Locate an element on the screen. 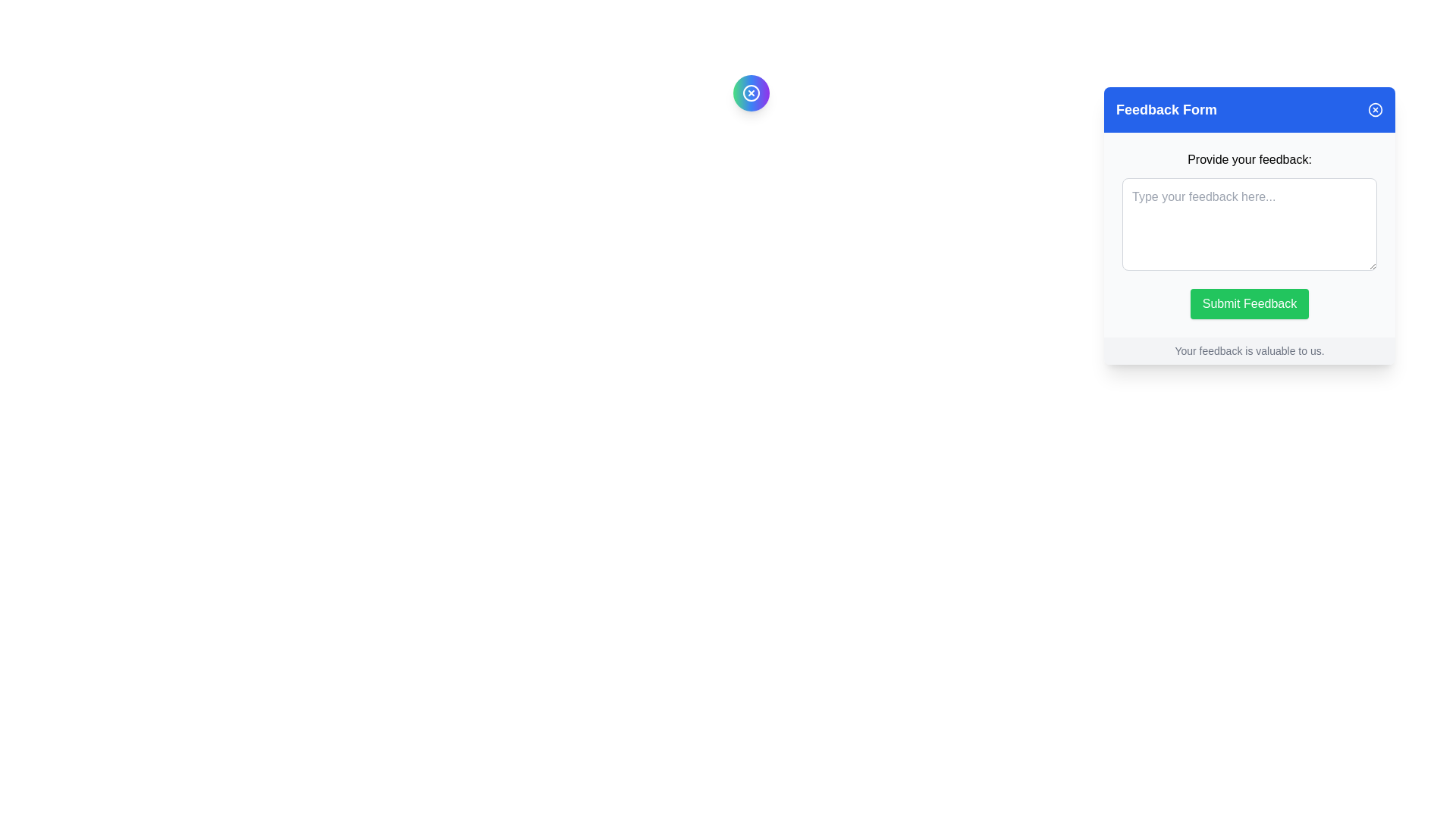 The height and width of the screenshot is (819, 1456). 'Feedback Form' text label at the top section of the panel to understand the panel's purpose is located at coordinates (1166, 109).